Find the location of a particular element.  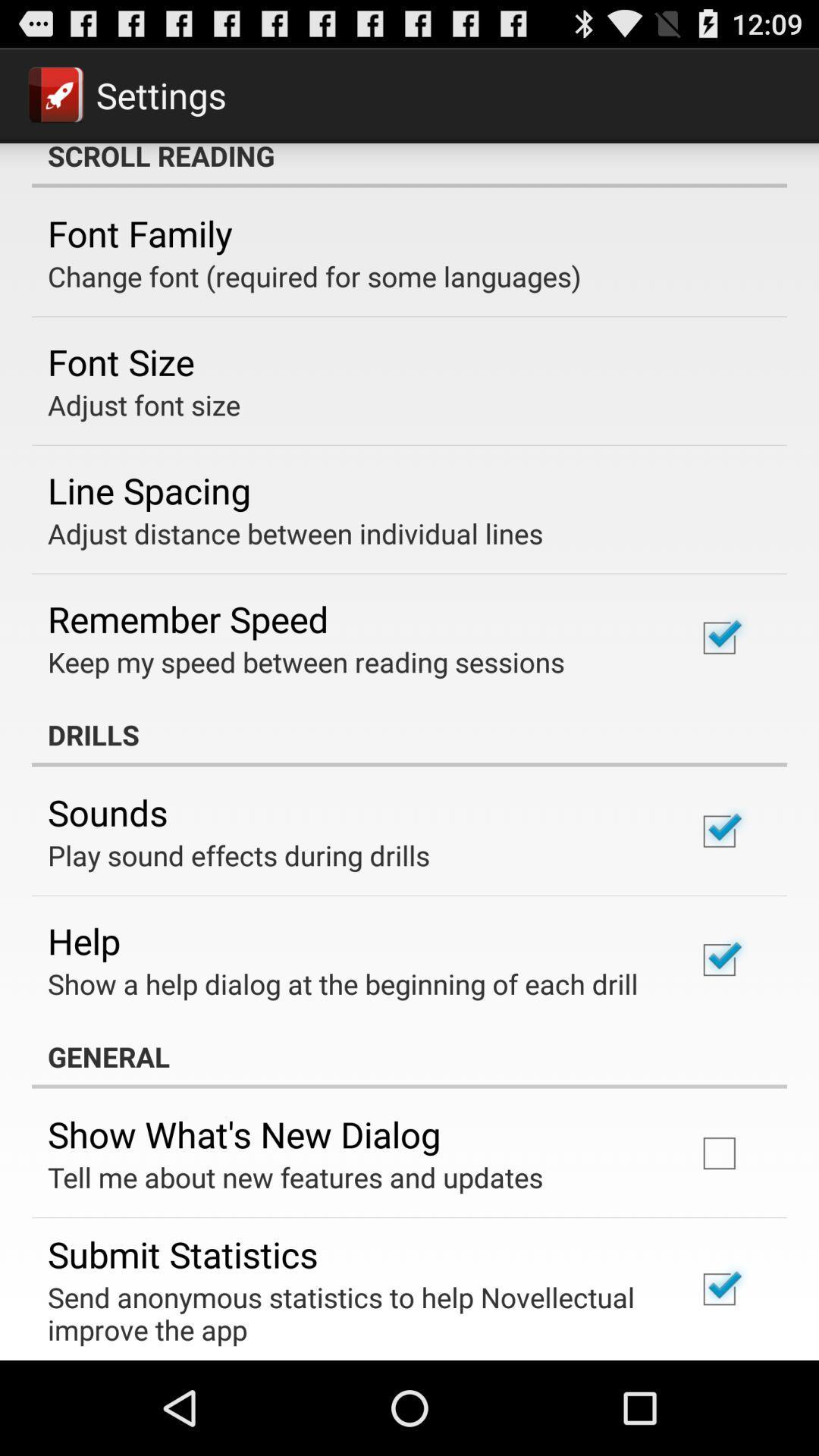

the item above the send anonymous statistics item is located at coordinates (182, 1254).